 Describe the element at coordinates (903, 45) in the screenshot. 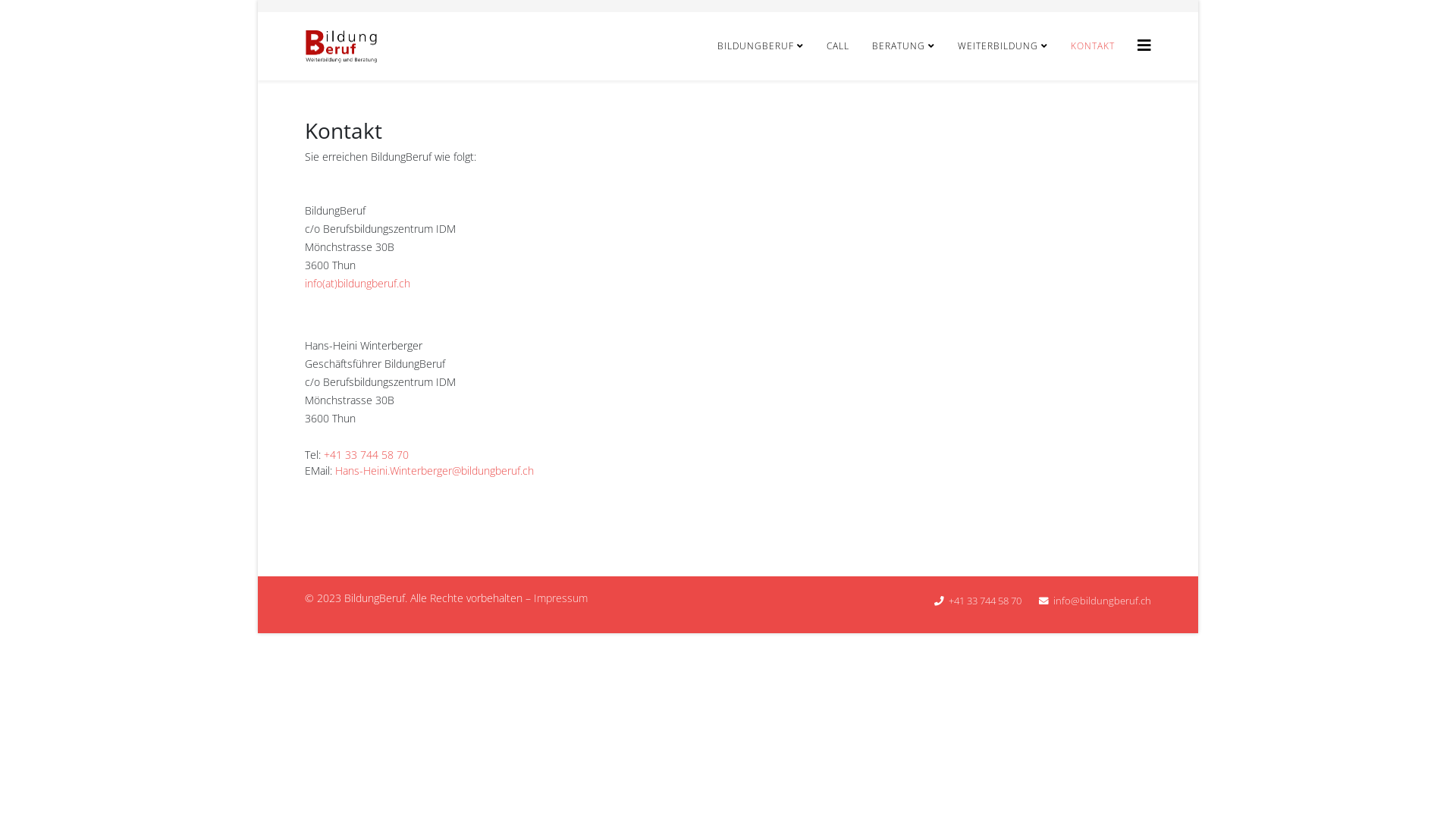

I see `'BERATUNG'` at that location.